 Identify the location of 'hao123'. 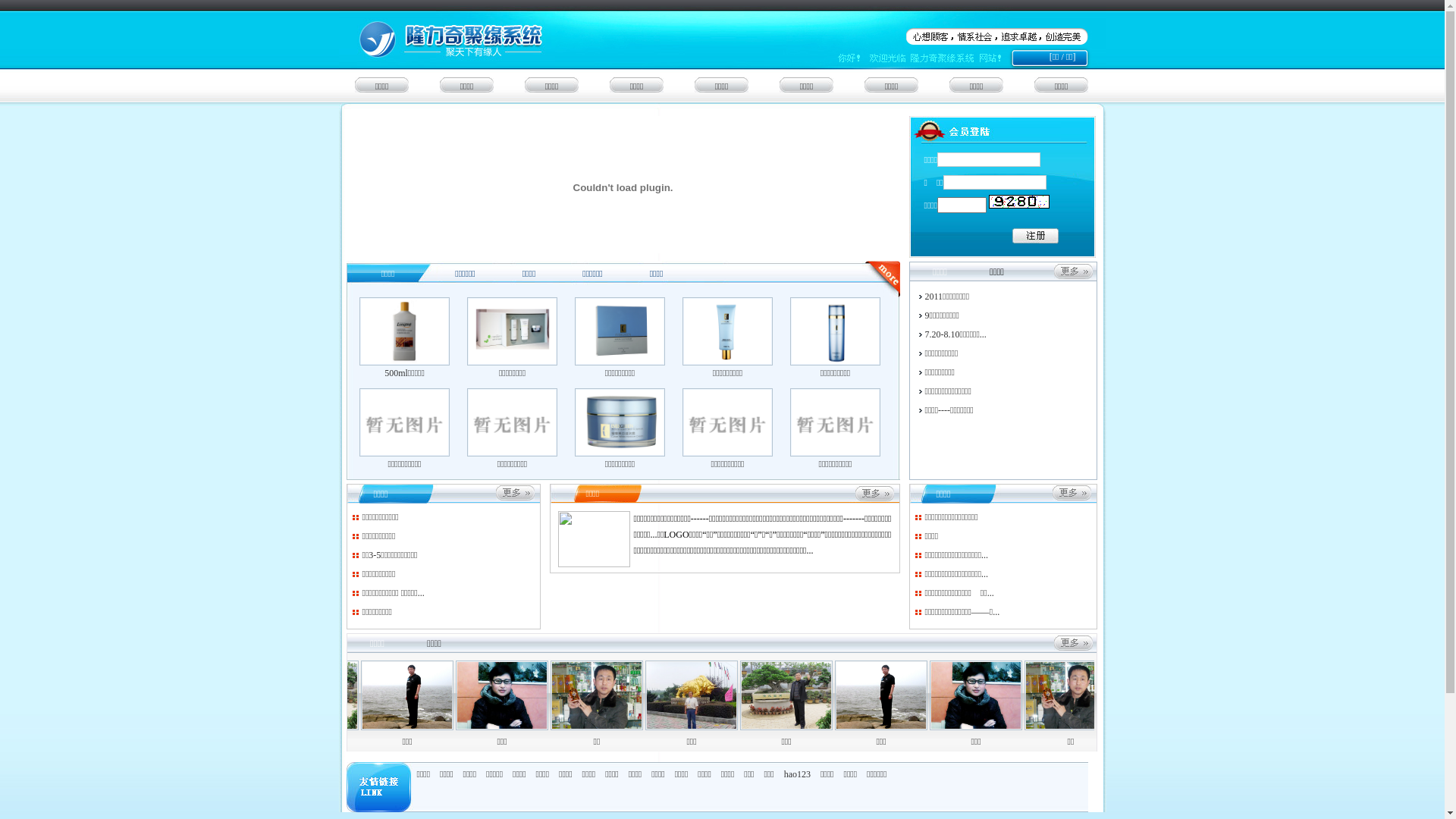
(796, 774).